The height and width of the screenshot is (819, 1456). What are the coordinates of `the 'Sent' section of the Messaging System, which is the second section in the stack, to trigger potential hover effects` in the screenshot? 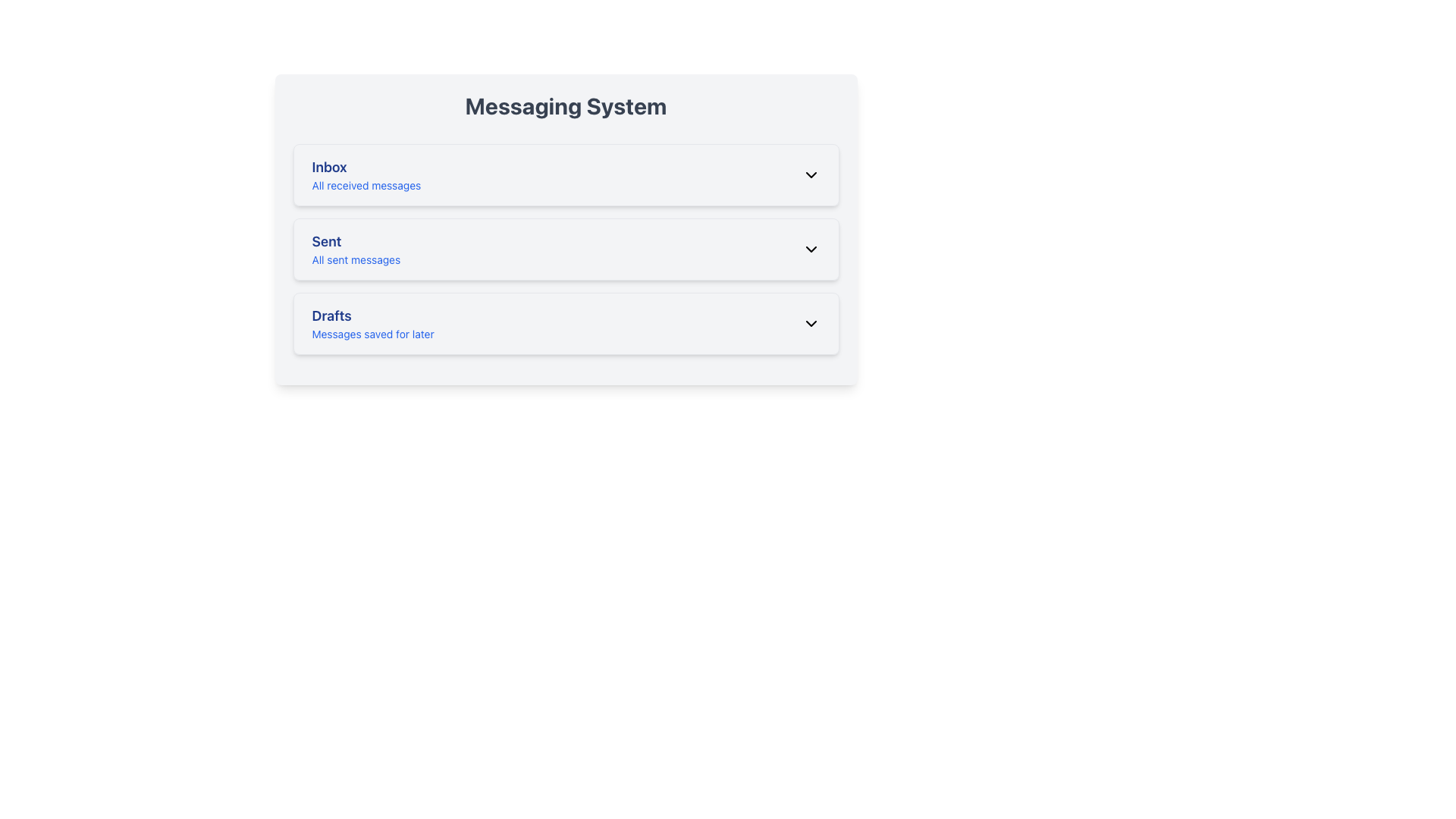 It's located at (565, 230).